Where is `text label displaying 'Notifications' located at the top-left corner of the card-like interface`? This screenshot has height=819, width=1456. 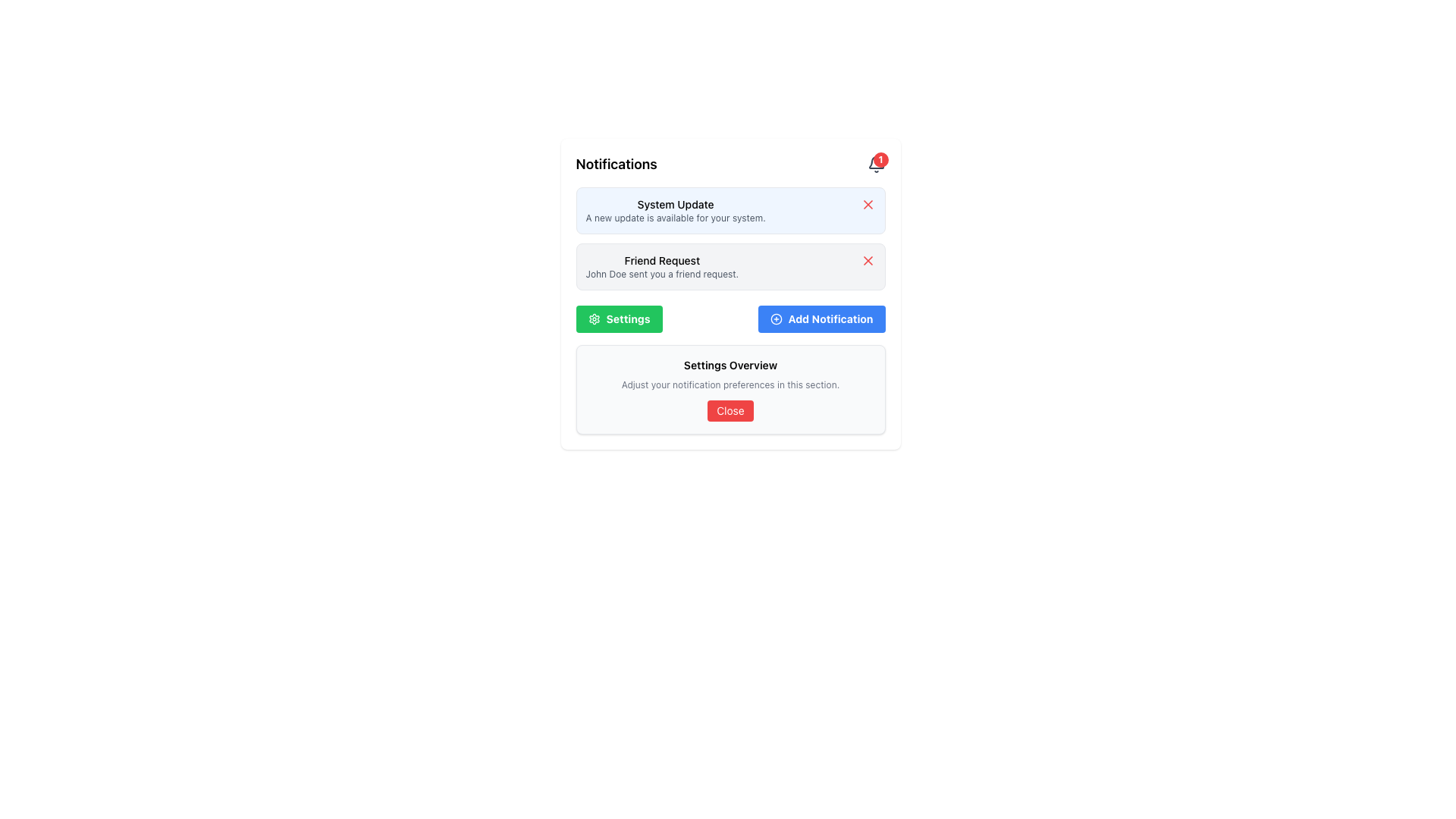 text label displaying 'Notifications' located at the top-left corner of the card-like interface is located at coordinates (617, 164).